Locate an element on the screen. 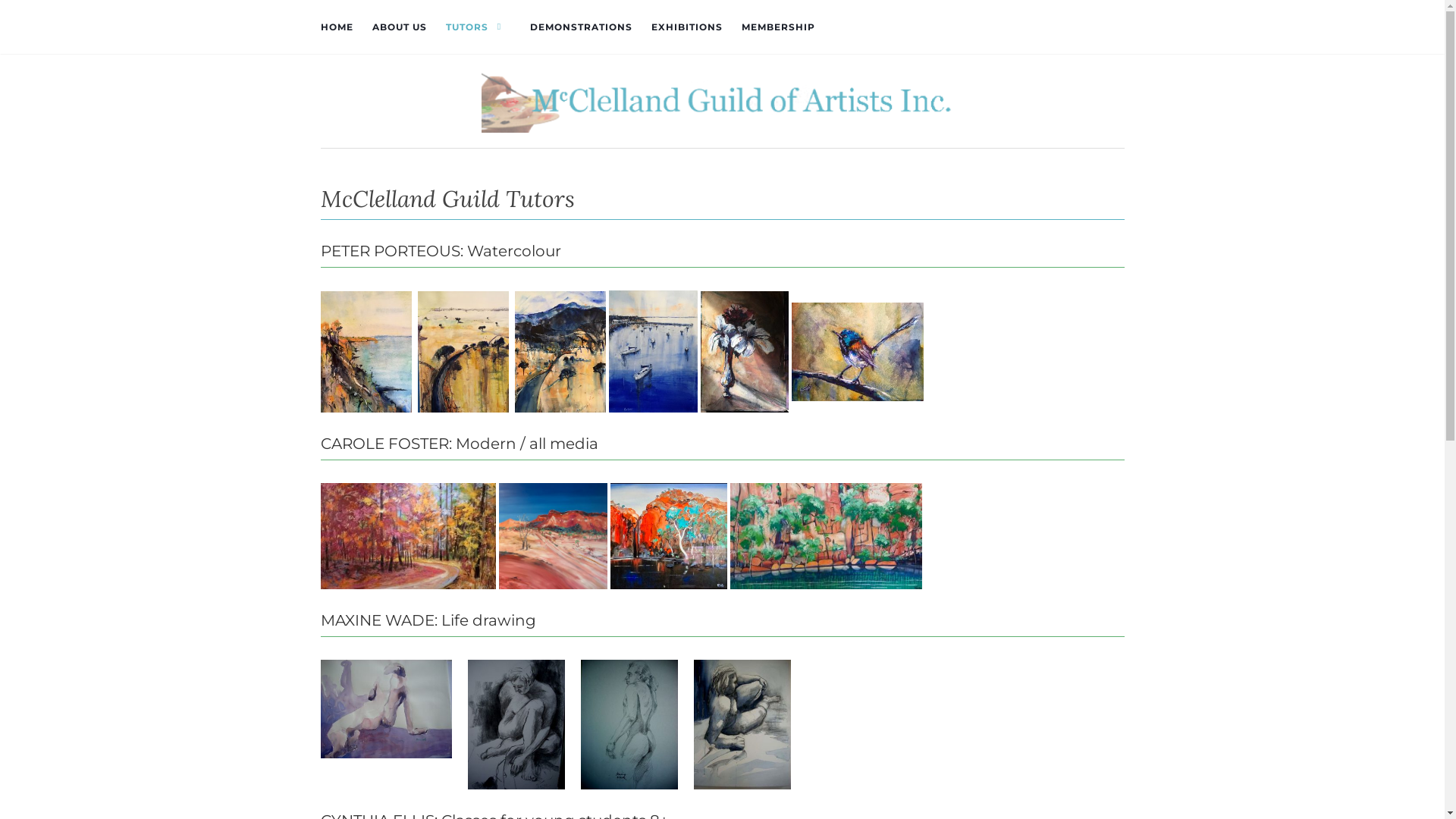  'ABOUT US' is located at coordinates (399, 27).